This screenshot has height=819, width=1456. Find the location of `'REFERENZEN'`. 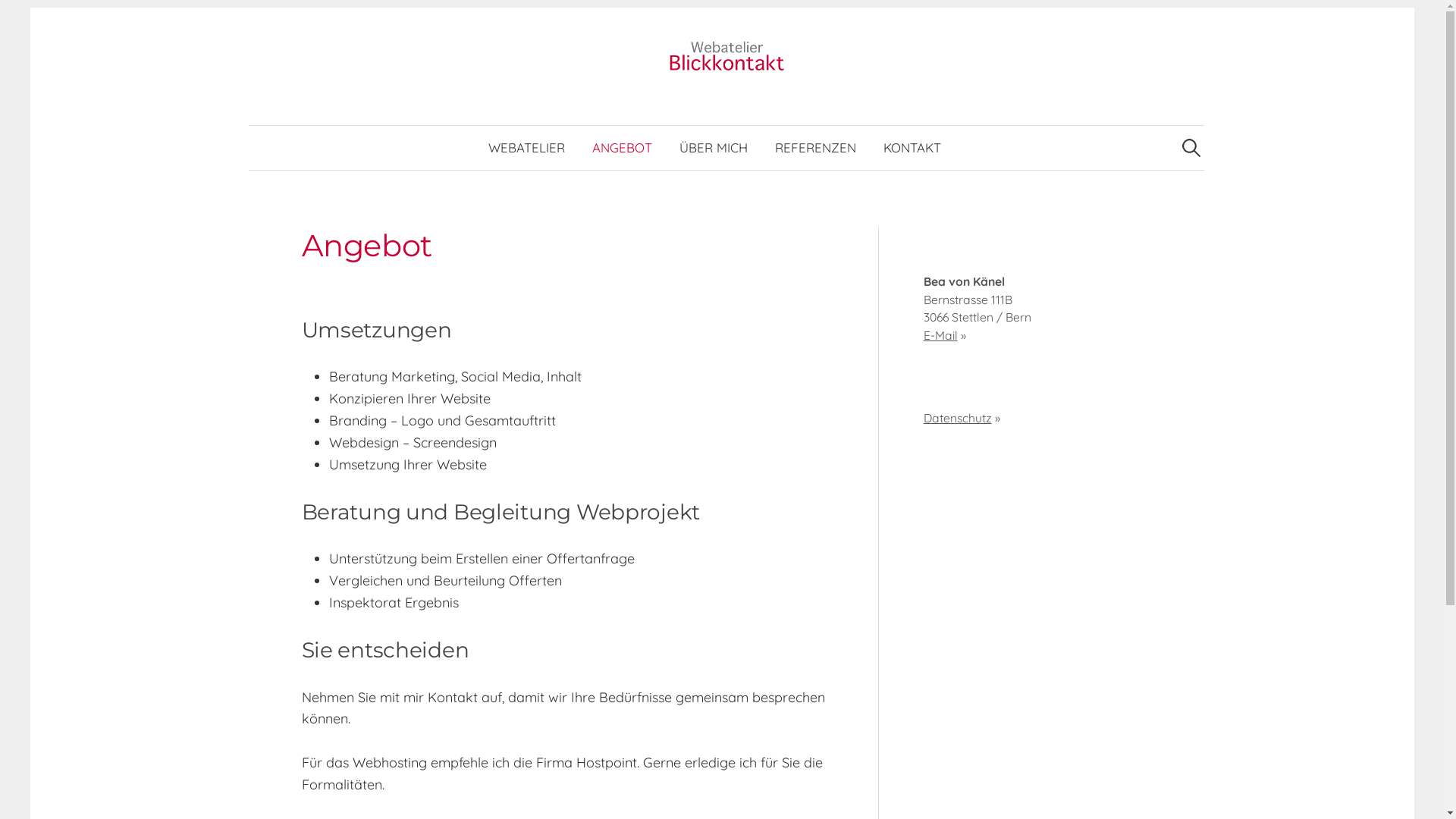

'REFERENZEN' is located at coordinates (814, 148).